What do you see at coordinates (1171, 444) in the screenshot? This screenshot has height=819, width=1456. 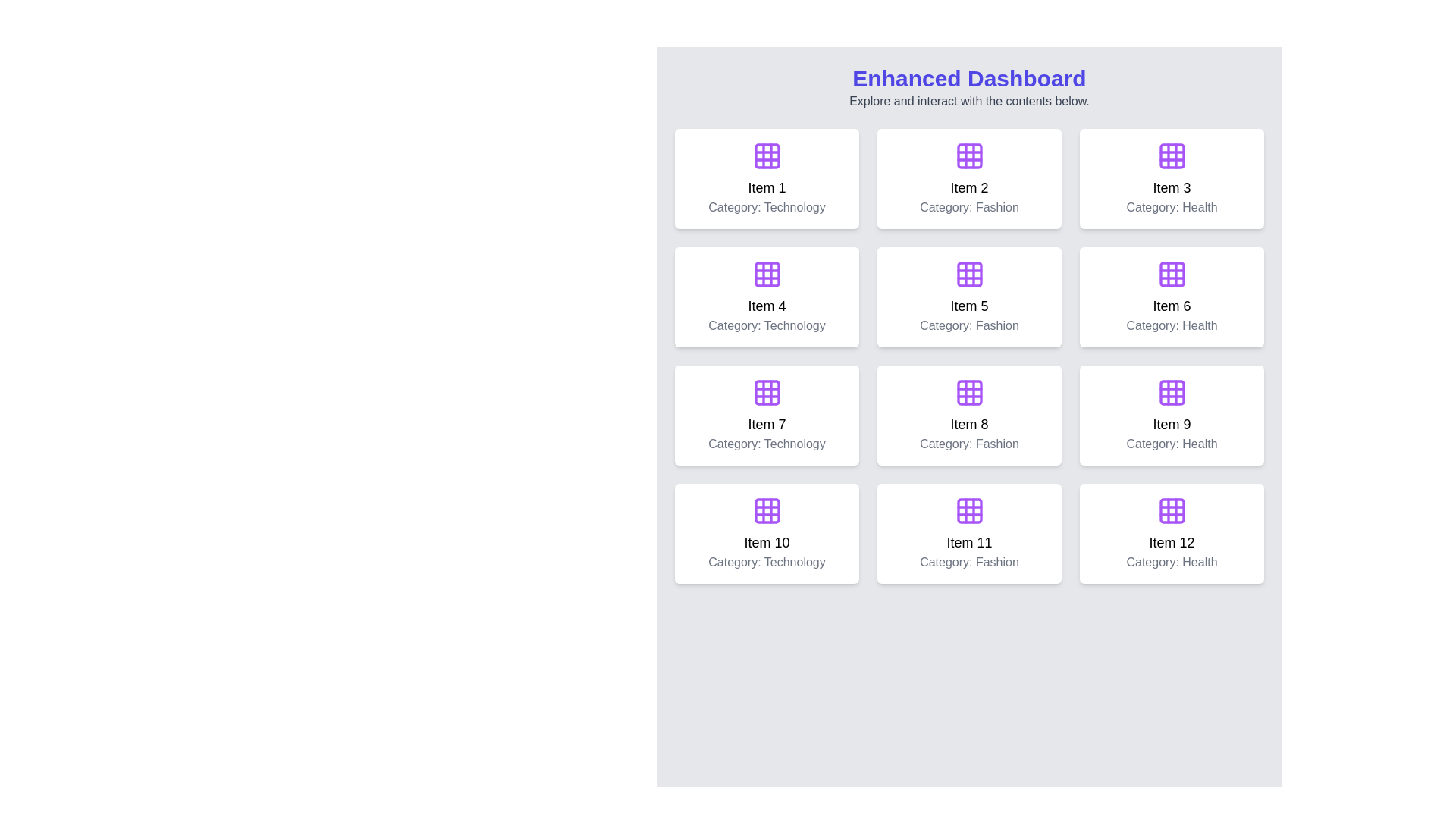 I see `the non-interactive text label displaying the category information 'Health' for Item 9, which is centrally aligned below the title 'Item 9'` at bounding box center [1171, 444].